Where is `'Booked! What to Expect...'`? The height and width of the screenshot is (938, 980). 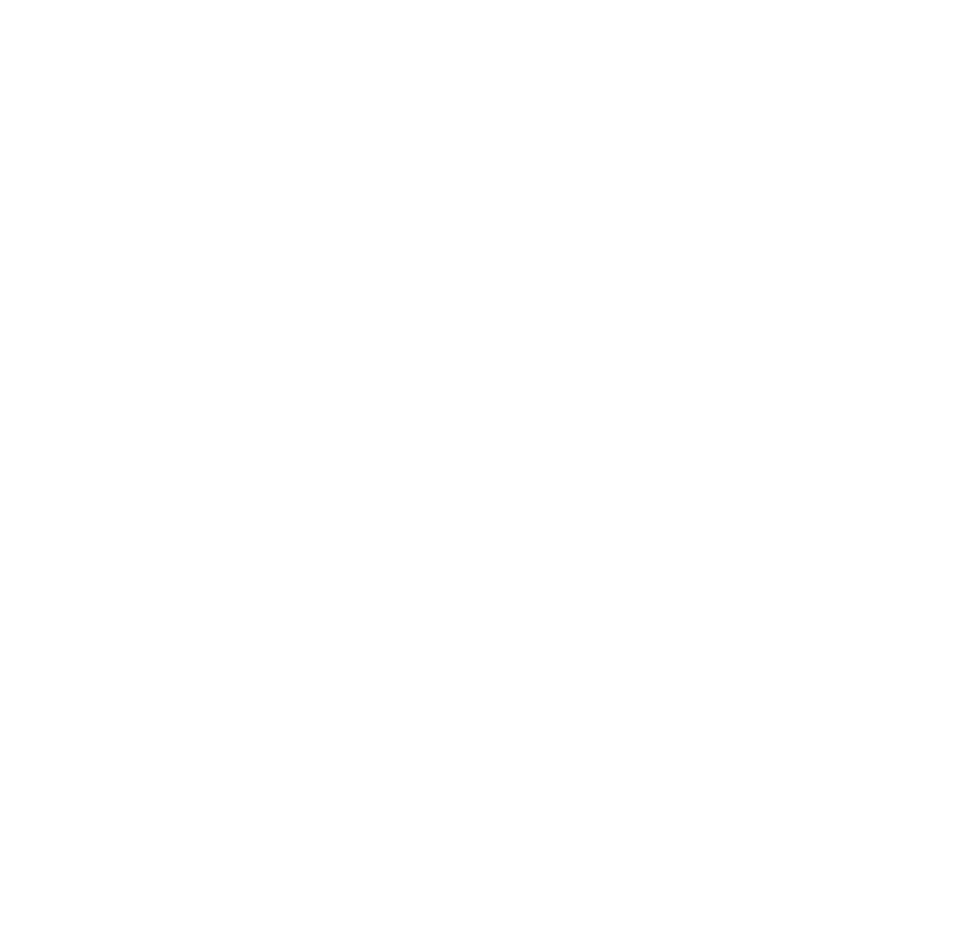
'Booked! What to Expect...' is located at coordinates (88, 130).